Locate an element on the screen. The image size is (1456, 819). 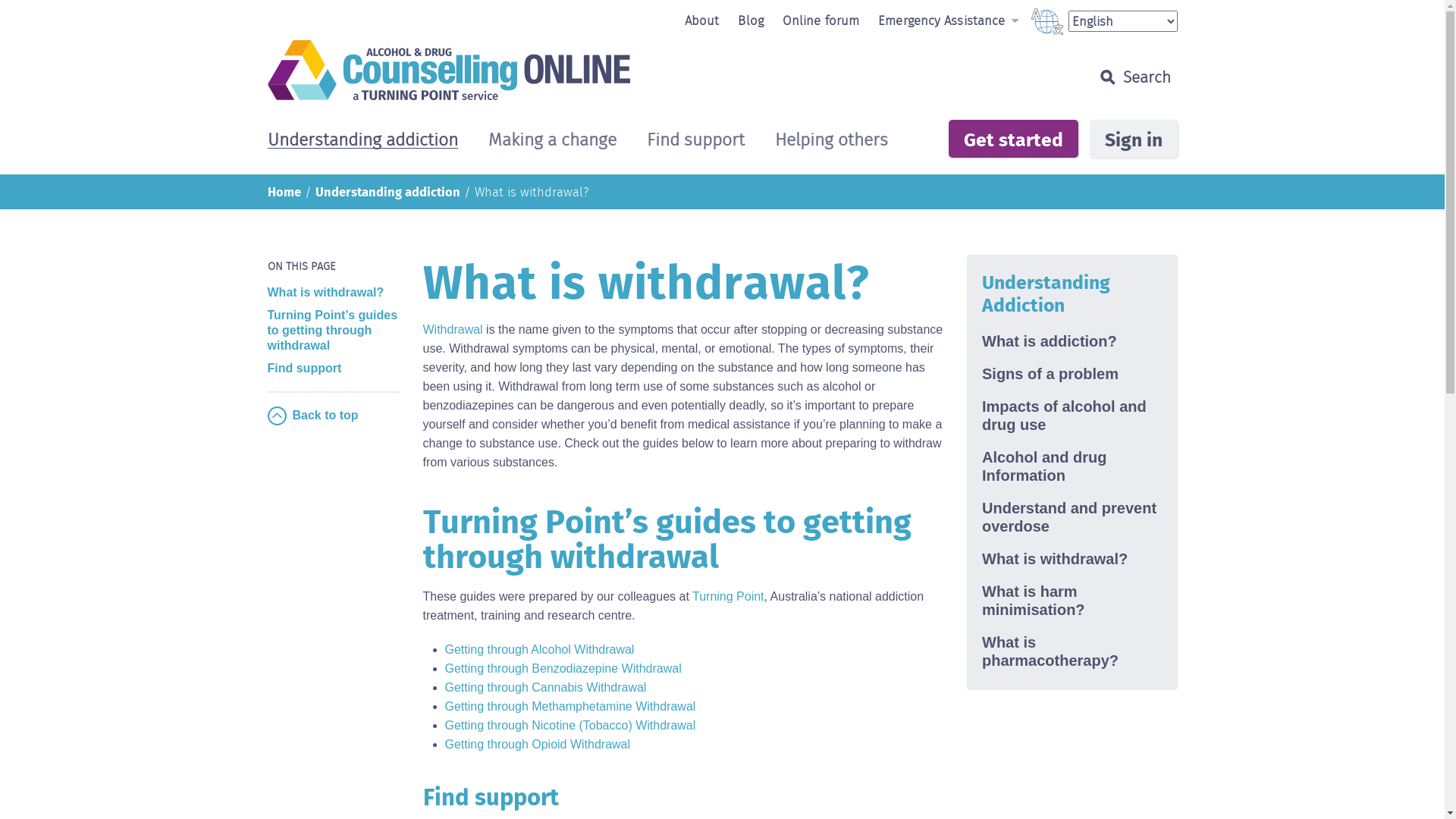
'Emergency Assistance' is located at coordinates (947, 20).